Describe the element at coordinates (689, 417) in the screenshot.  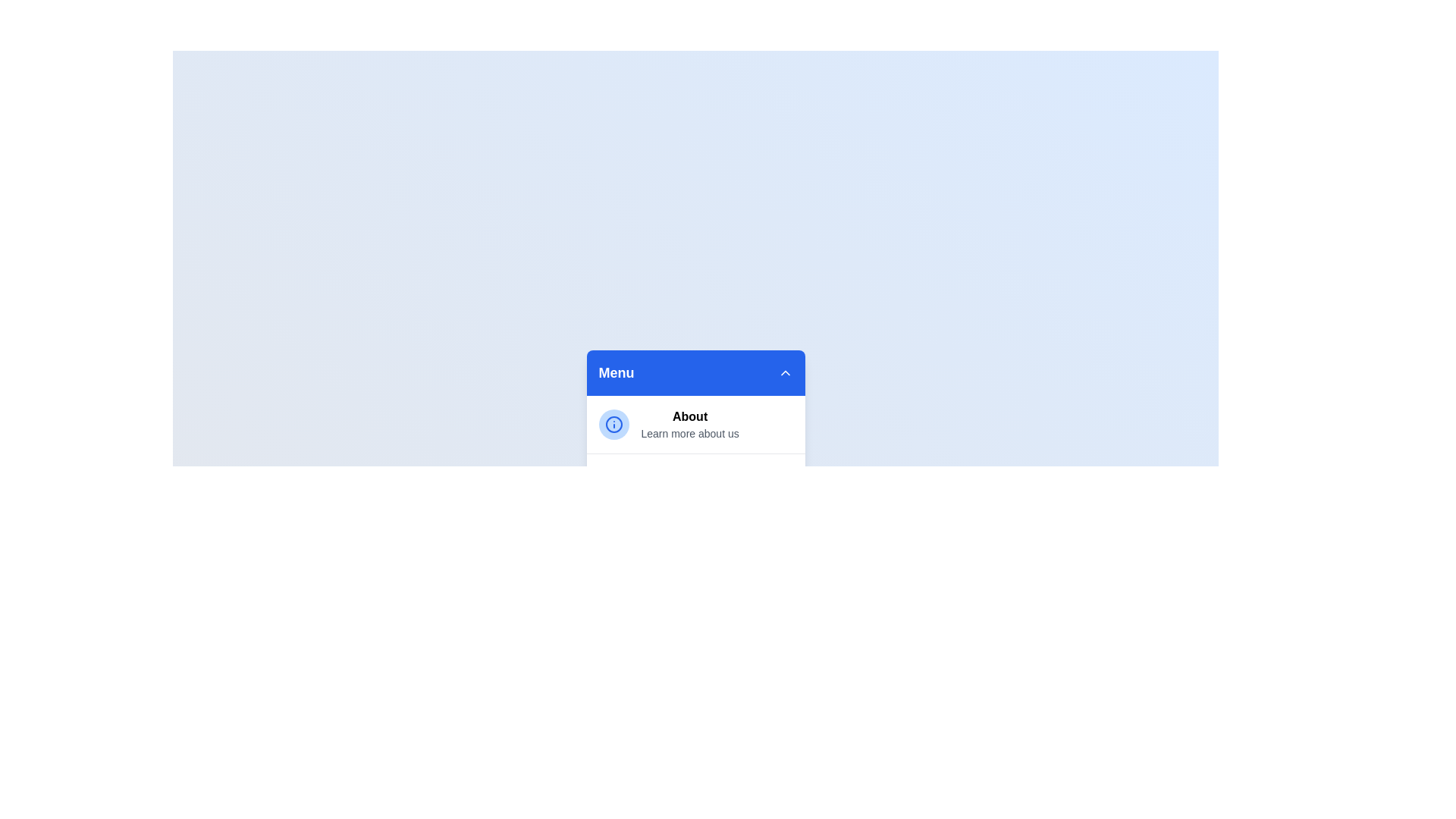
I see `the 'About' menu item in the menu` at that location.